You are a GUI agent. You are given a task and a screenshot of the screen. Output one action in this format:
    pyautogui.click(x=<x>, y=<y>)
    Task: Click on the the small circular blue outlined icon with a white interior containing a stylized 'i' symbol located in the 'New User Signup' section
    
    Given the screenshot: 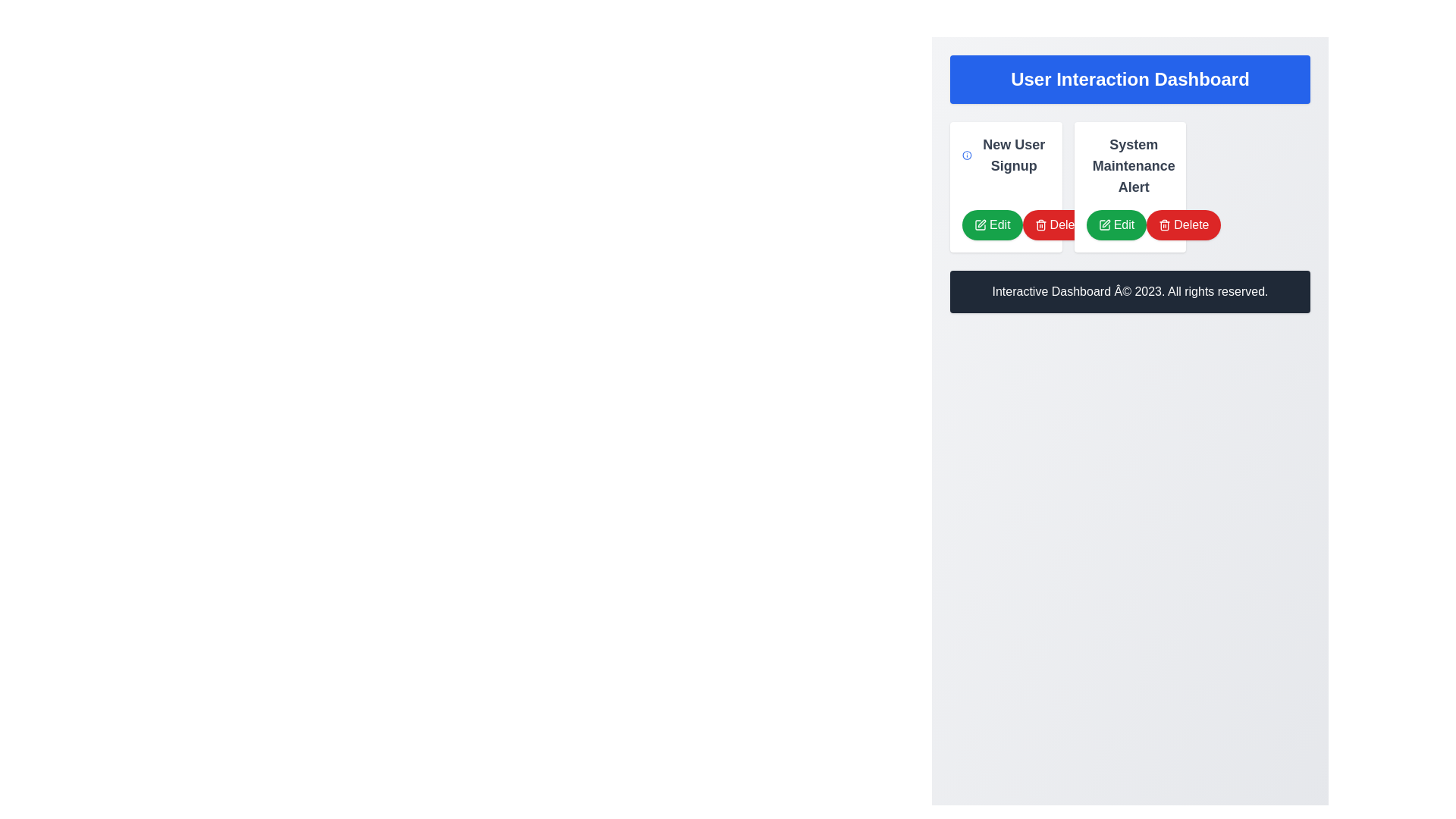 What is the action you would take?
    pyautogui.click(x=966, y=155)
    